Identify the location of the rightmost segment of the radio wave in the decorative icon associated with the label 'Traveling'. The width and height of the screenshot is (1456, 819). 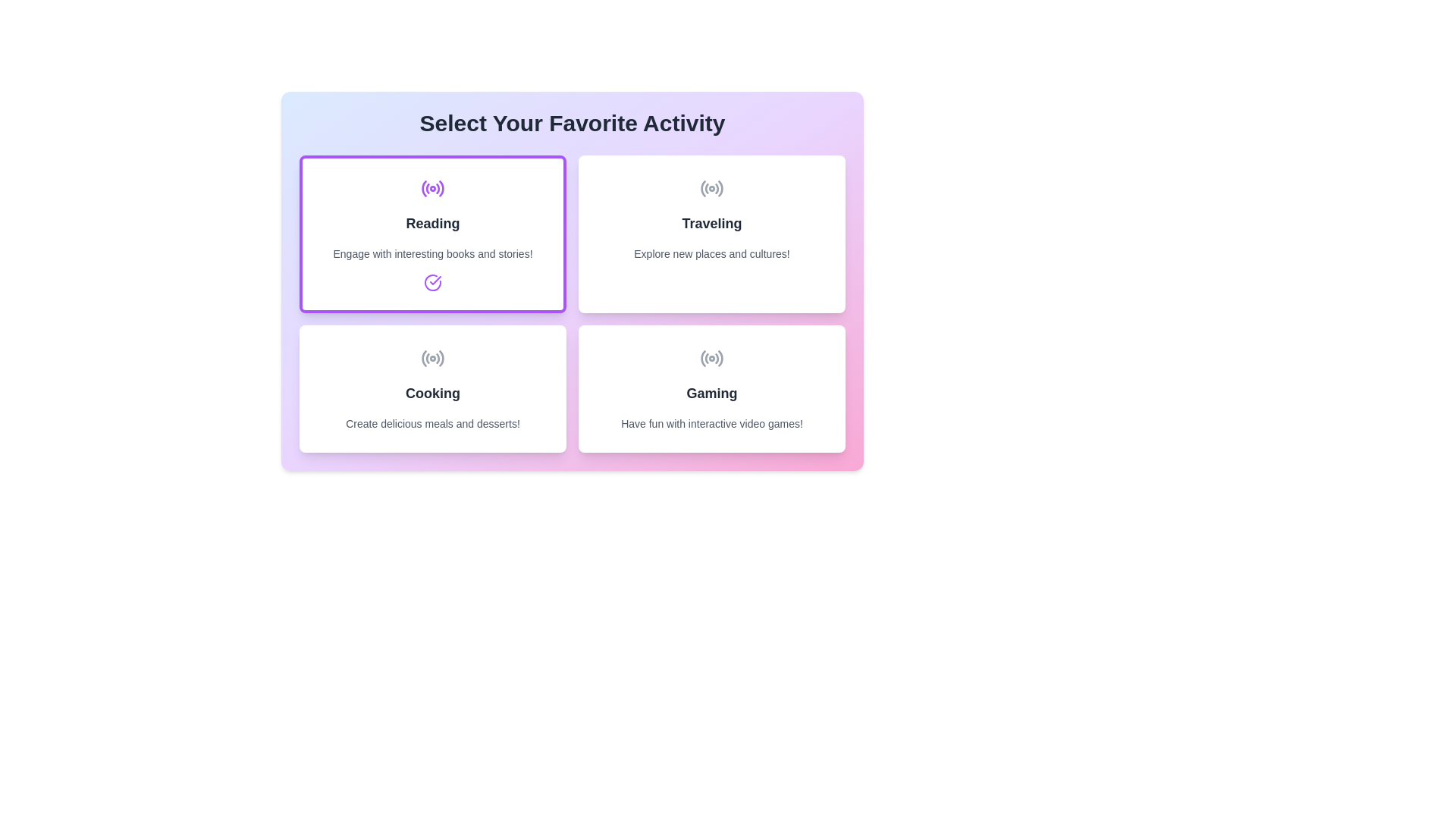
(720, 187).